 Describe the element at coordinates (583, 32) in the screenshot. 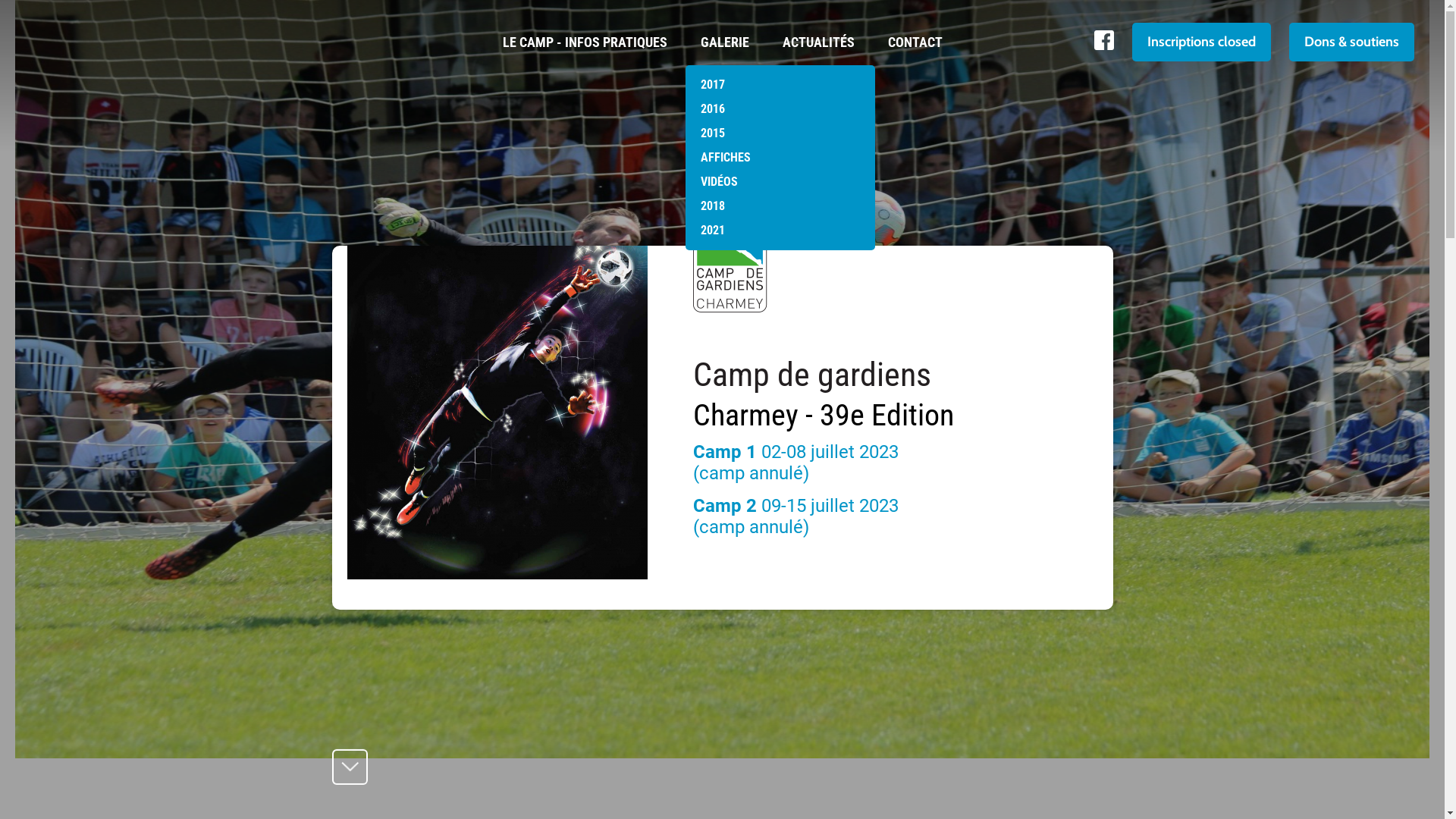

I see `'LE CAMP - INFOS PRATIQUES'` at that location.